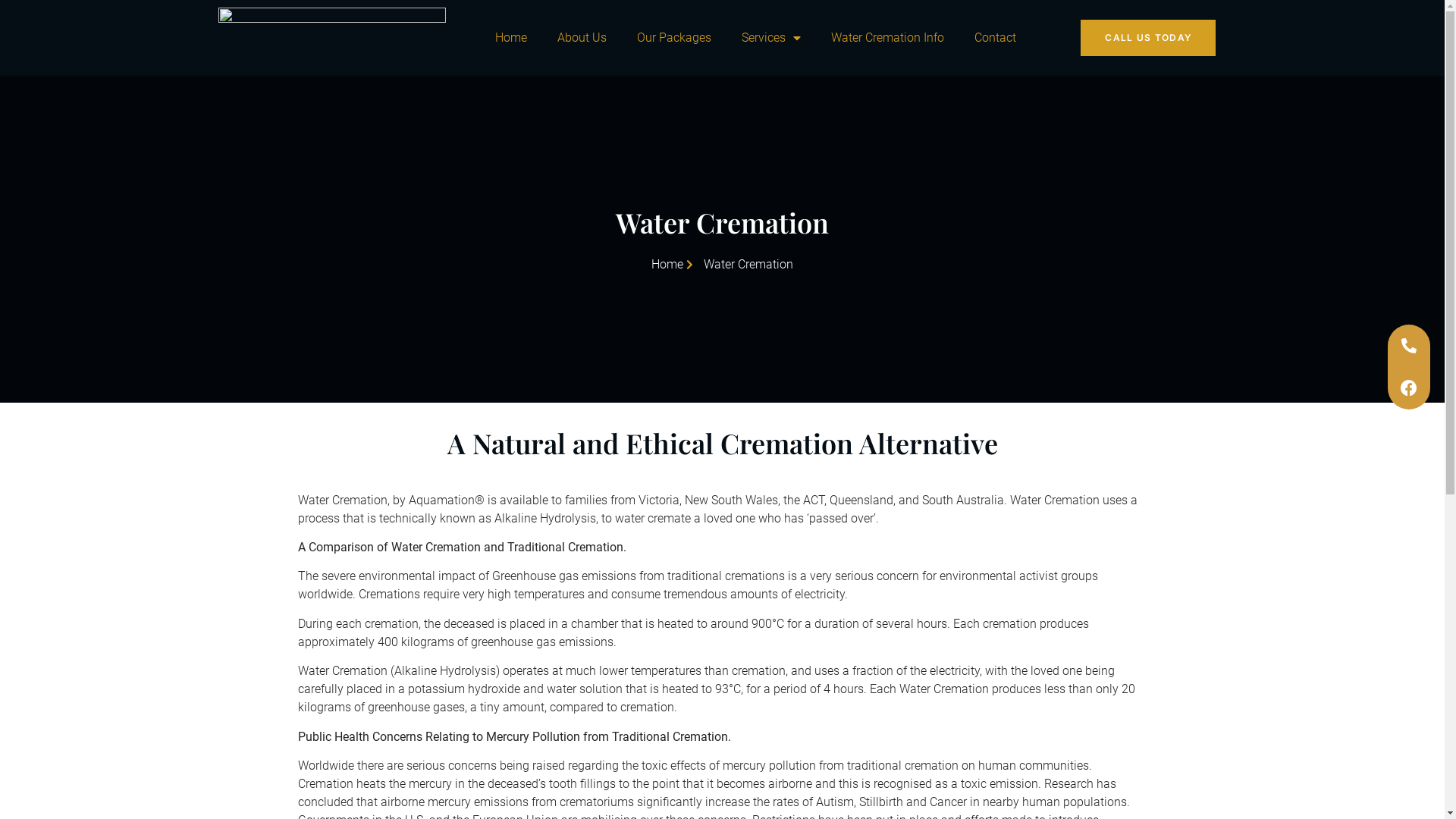  What do you see at coordinates (673, 37) in the screenshot?
I see `'Our Packages'` at bounding box center [673, 37].